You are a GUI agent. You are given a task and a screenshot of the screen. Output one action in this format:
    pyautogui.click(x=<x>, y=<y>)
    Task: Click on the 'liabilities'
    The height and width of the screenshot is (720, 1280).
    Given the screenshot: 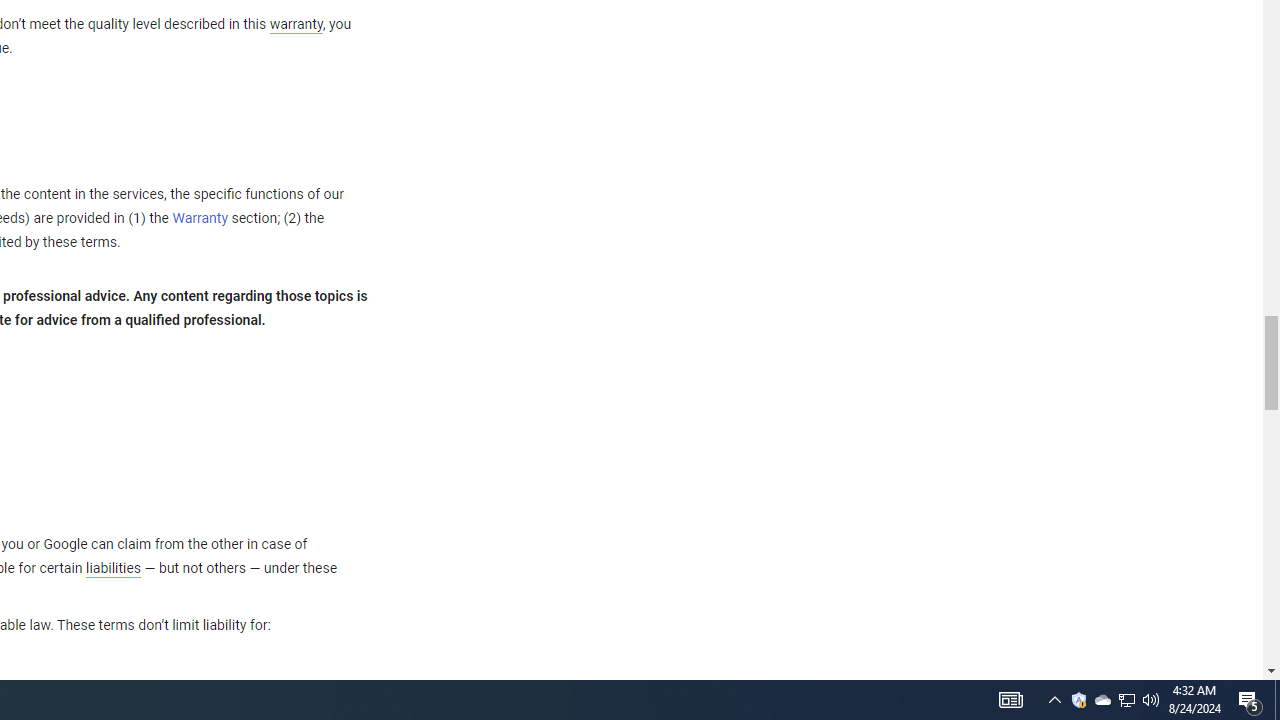 What is the action you would take?
    pyautogui.click(x=112, y=568)
    